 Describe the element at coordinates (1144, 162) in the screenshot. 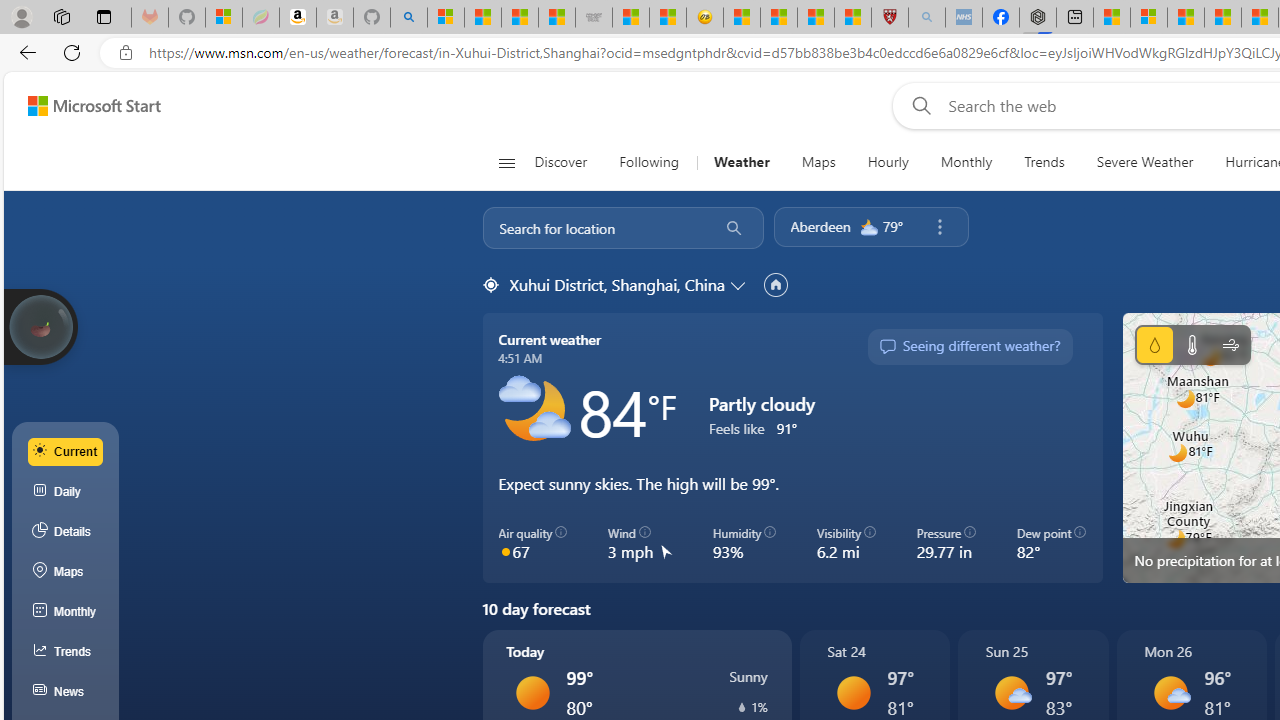

I see `'Severe Weather'` at that location.